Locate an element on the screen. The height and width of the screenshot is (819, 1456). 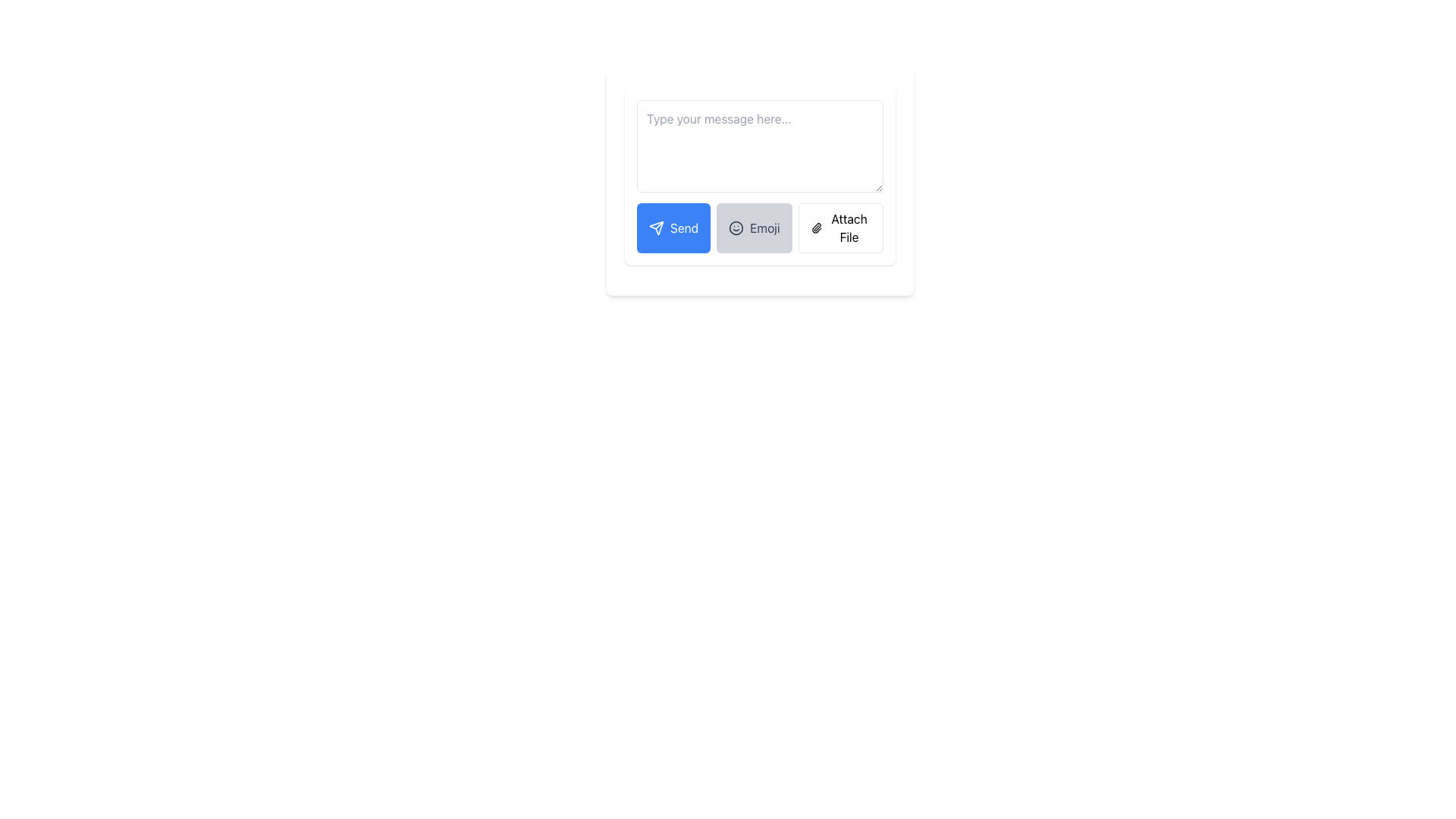
the 'Attach File' button, which is a rectangular button with a paperclip icon, located to the far right below a text input box is located at coordinates (839, 227).